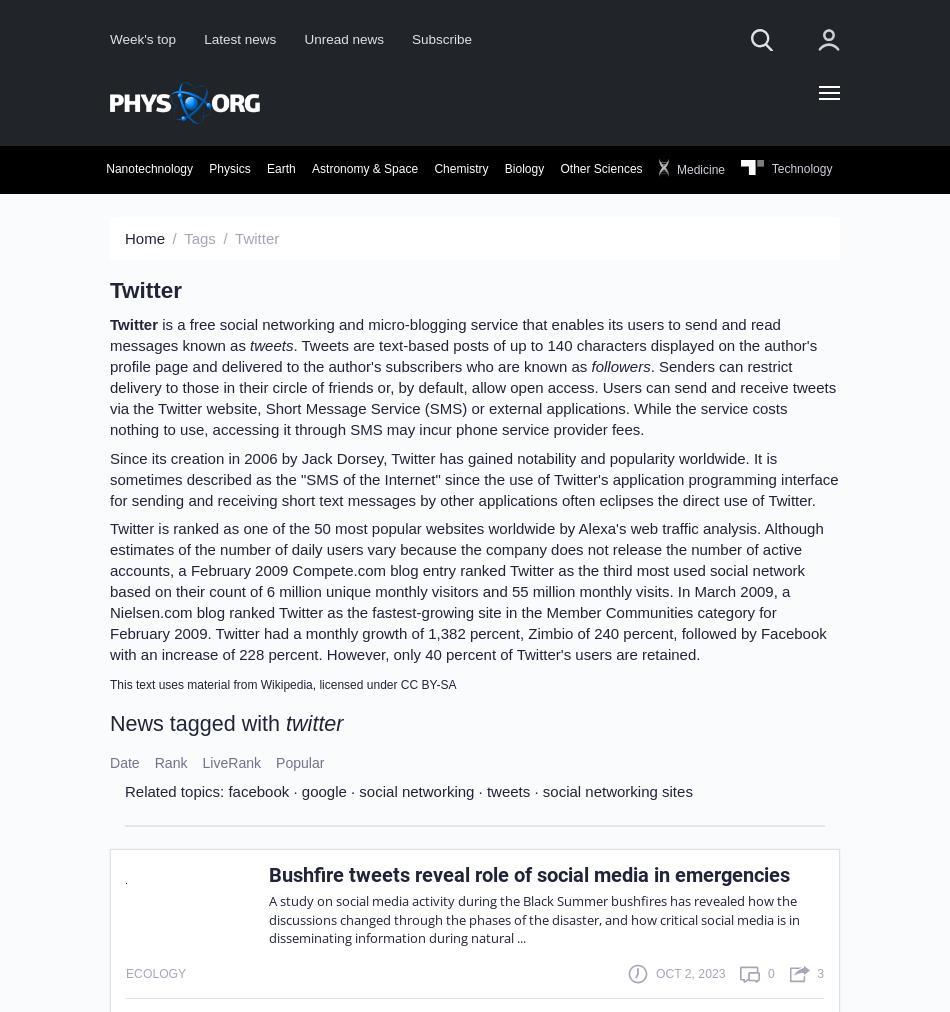  Describe the element at coordinates (472, 398) in the screenshot. I see `'. Senders can restrict delivery to those in their circle of friends or, by default, allow open access. Users can send and receive tweets via the Twitter website, Short Message Service (SMS) or external applications. While the service costs nothing to use, accessing it through SMS may incur phone service provider fees.'` at that location.